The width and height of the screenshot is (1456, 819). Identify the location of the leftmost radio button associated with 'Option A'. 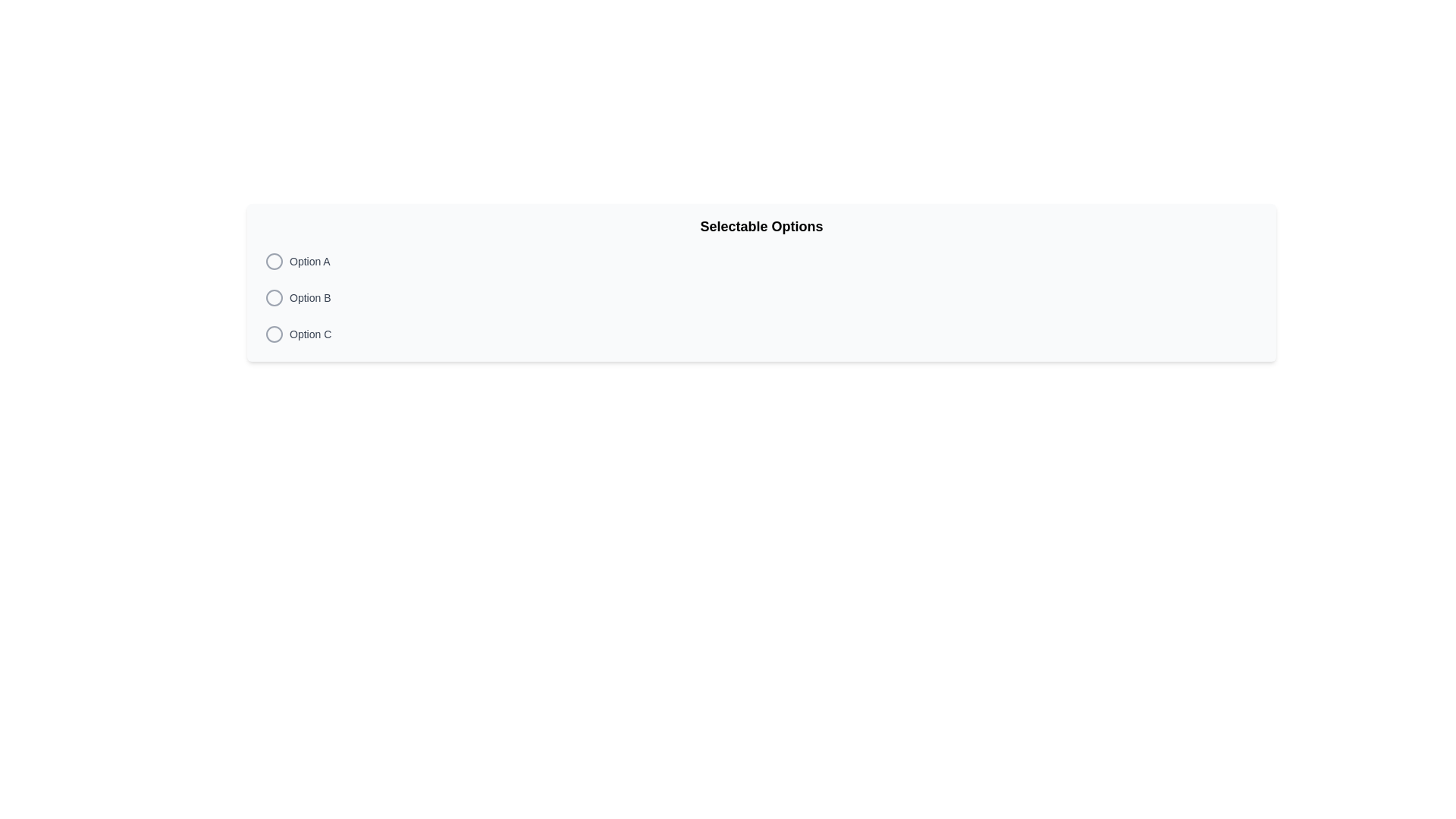
(274, 260).